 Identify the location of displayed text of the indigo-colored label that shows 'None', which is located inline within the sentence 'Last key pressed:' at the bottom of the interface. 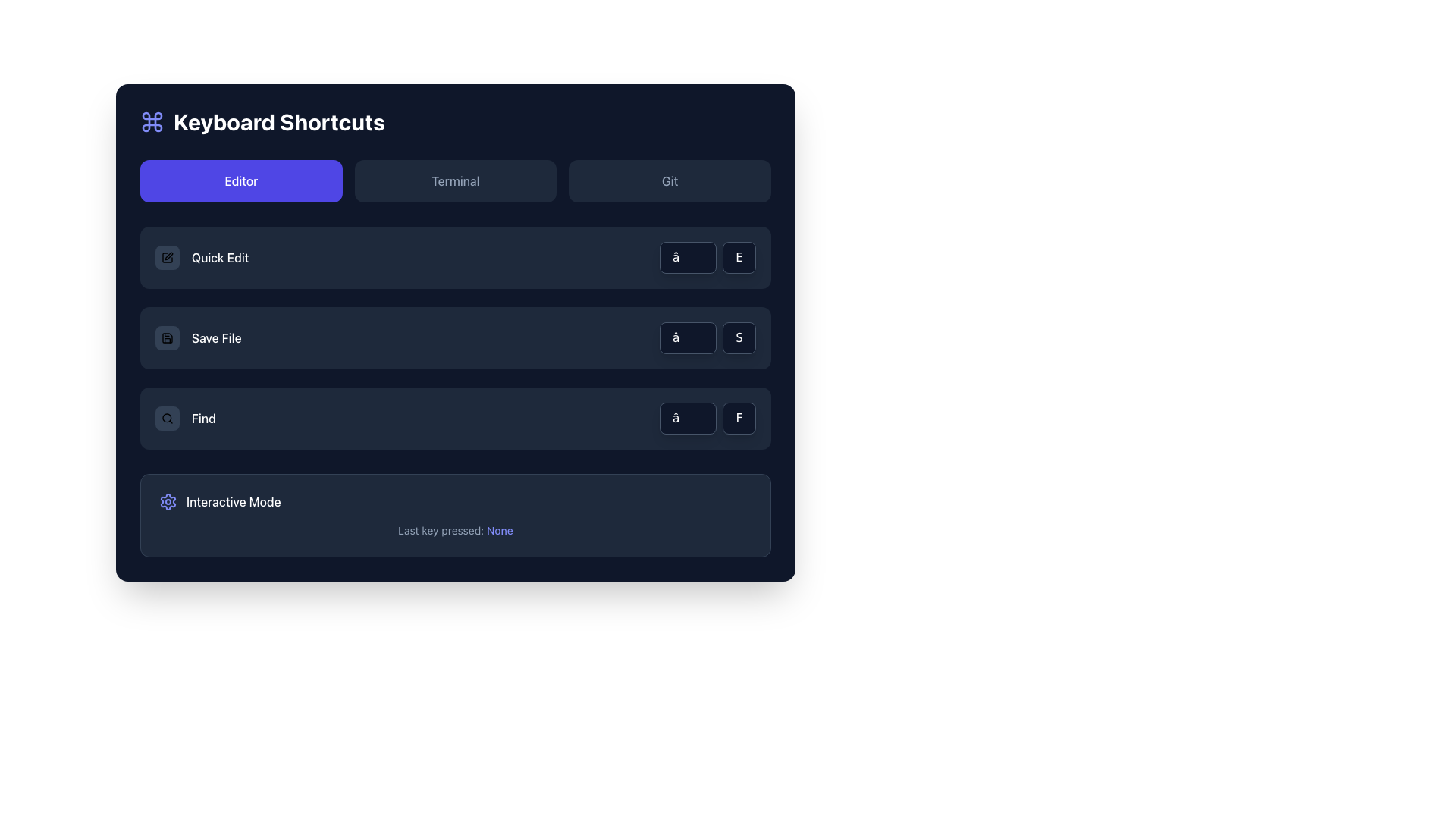
(500, 529).